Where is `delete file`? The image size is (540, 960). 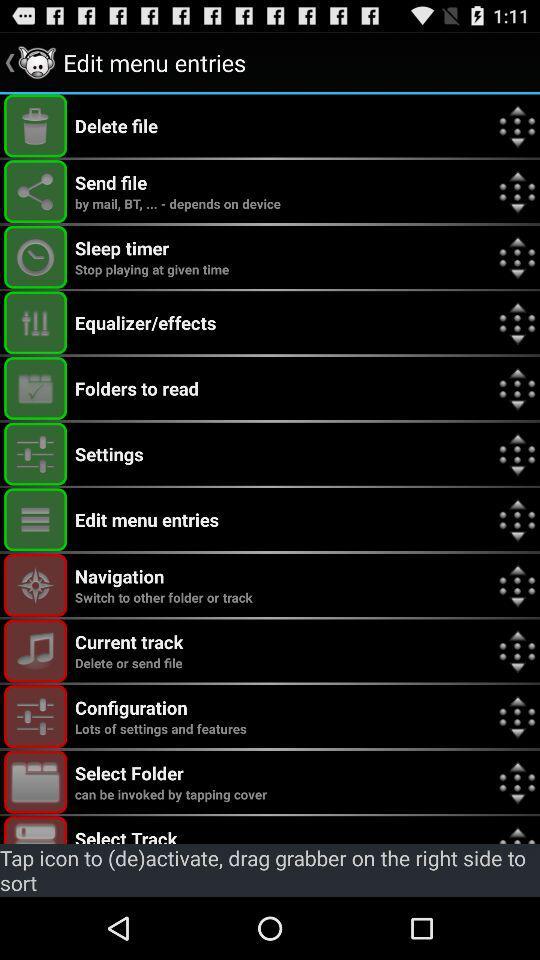
delete file is located at coordinates (35, 125).